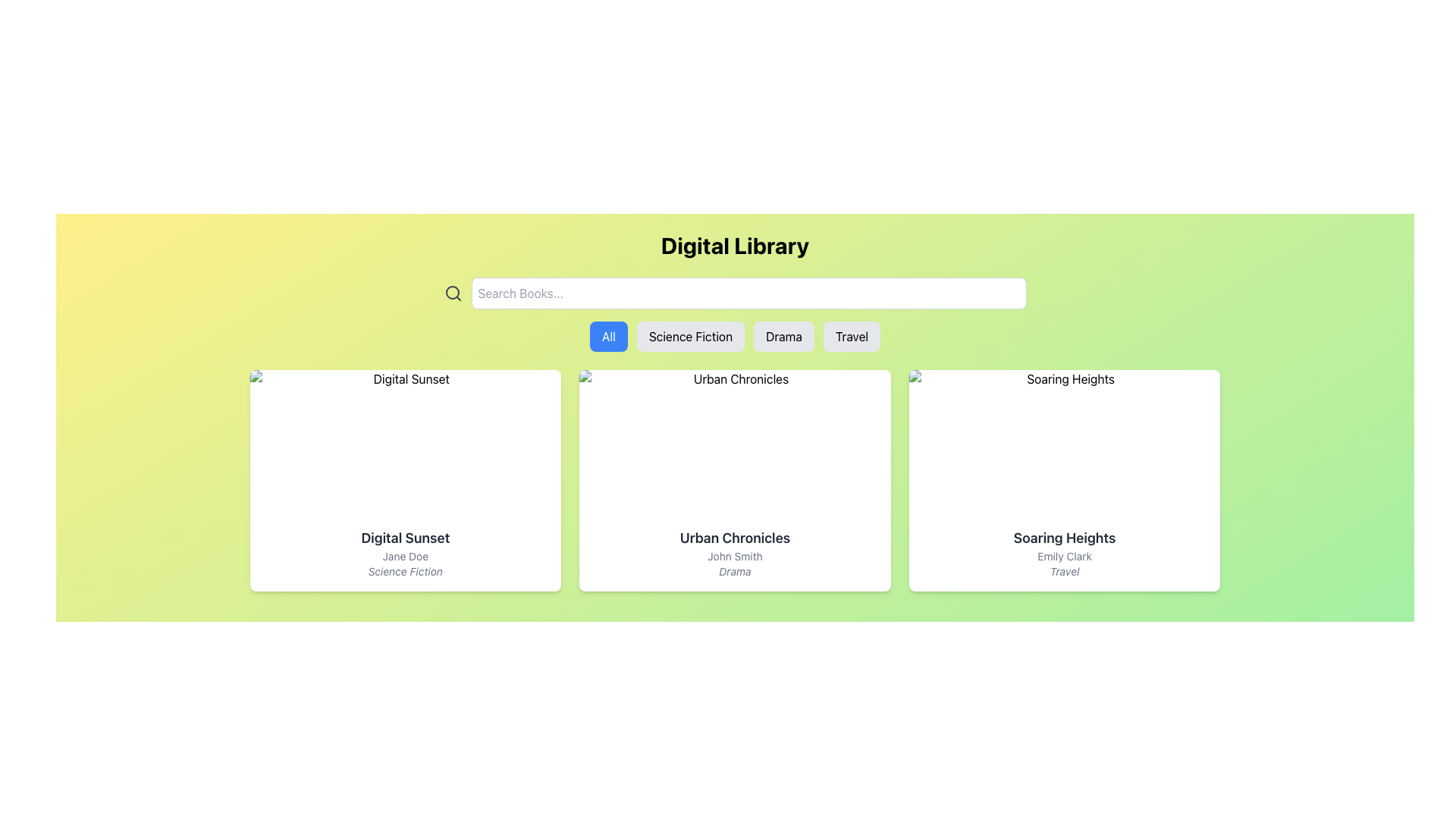 Image resolution: width=1456 pixels, height=819 pixels. I want to click on the bold, darkly styled text displaying the title 'Digital Sunset' which is centrally aligned within the first card of the grid layout, so click(405, 537).